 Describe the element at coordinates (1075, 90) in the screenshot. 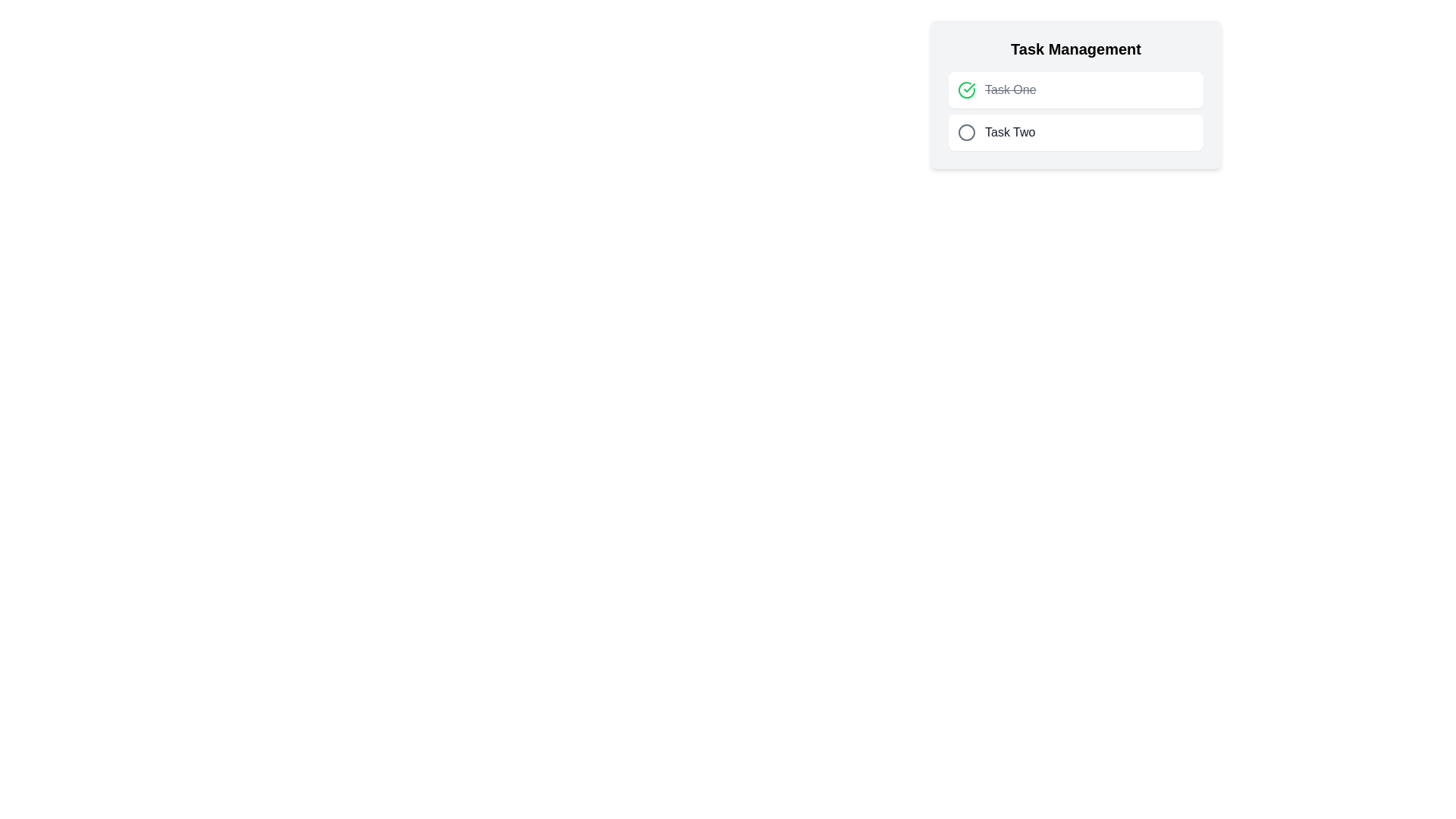

I see `the interactive task item labeled 'Task One' to mark or unmark its completion status` at that location.